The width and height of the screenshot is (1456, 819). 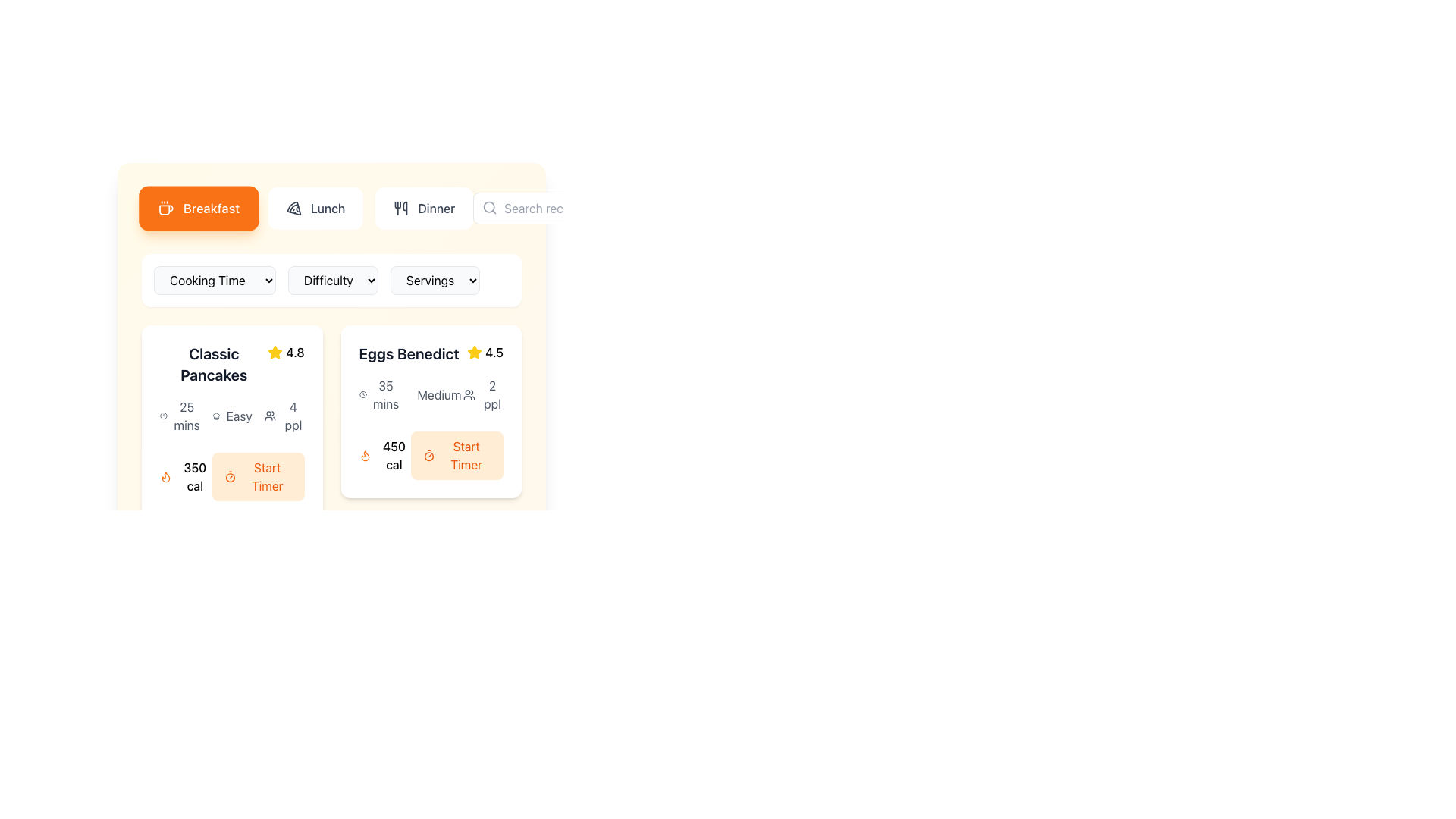 What do you see at coordinates (164, 416) in the screenshot?
I see `the time indicator icon for the 'Classic Pancakes' recipe, which is associated with a 25-minute cooking time, located in the metadata section adjacent to '25 mins'` at bounding box center [164, 416].